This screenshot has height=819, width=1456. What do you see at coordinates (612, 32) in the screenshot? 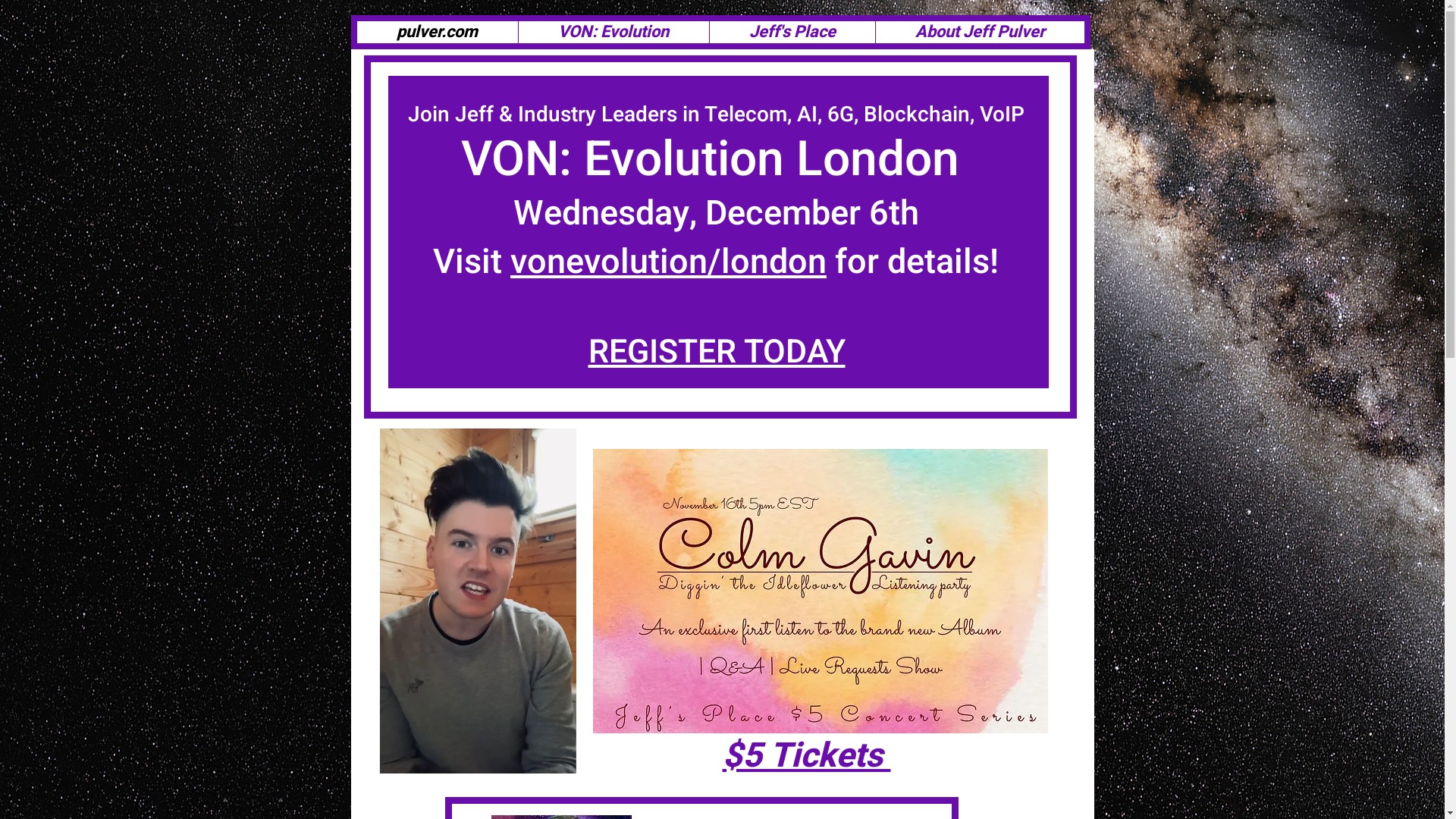
I see `'VON: Evolution'` at bounding box center [612, 32].